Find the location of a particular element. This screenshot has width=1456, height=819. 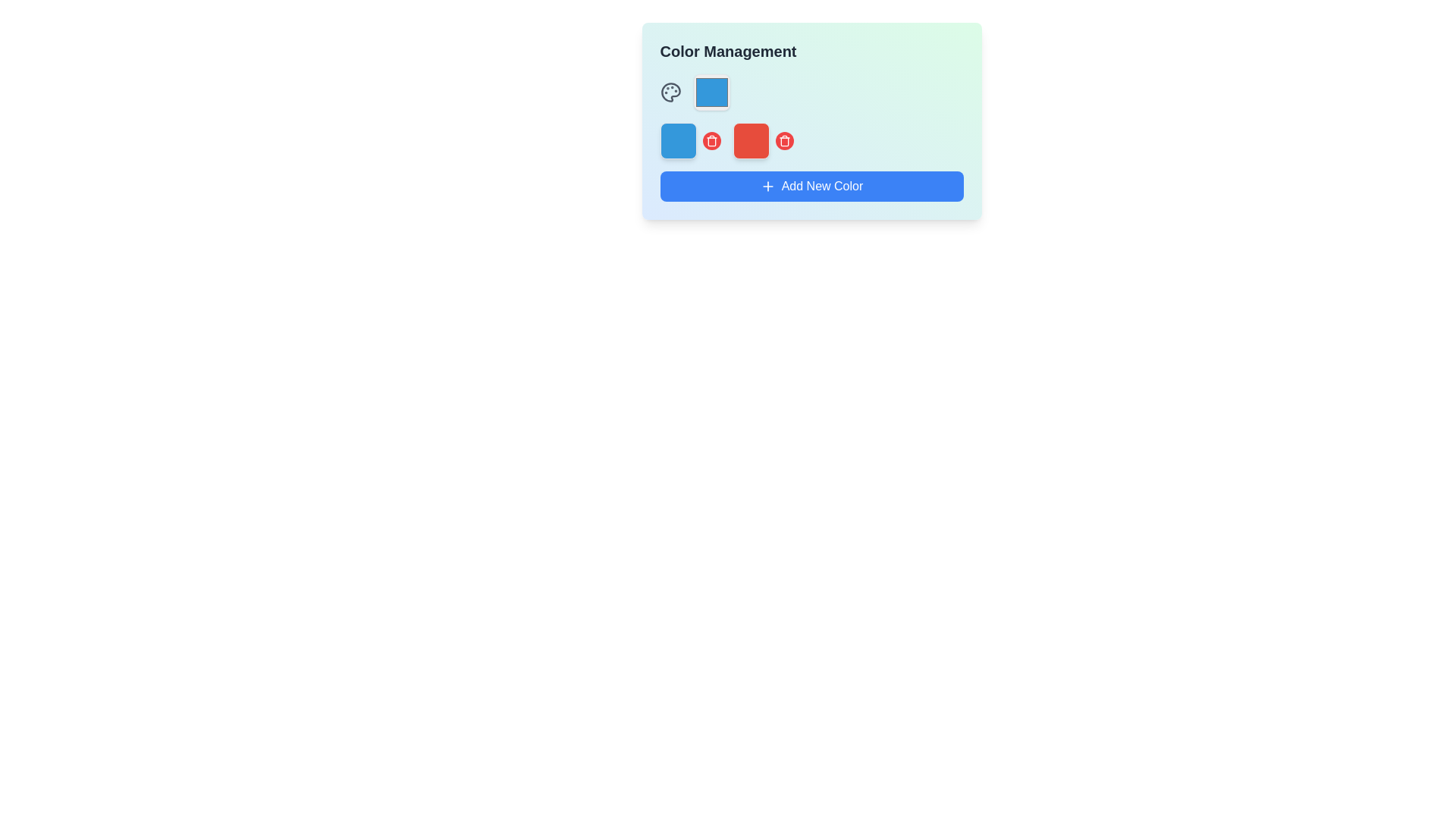

the icon that visually enhances the 'Add New Color' button is located at coordinates (767, 186).